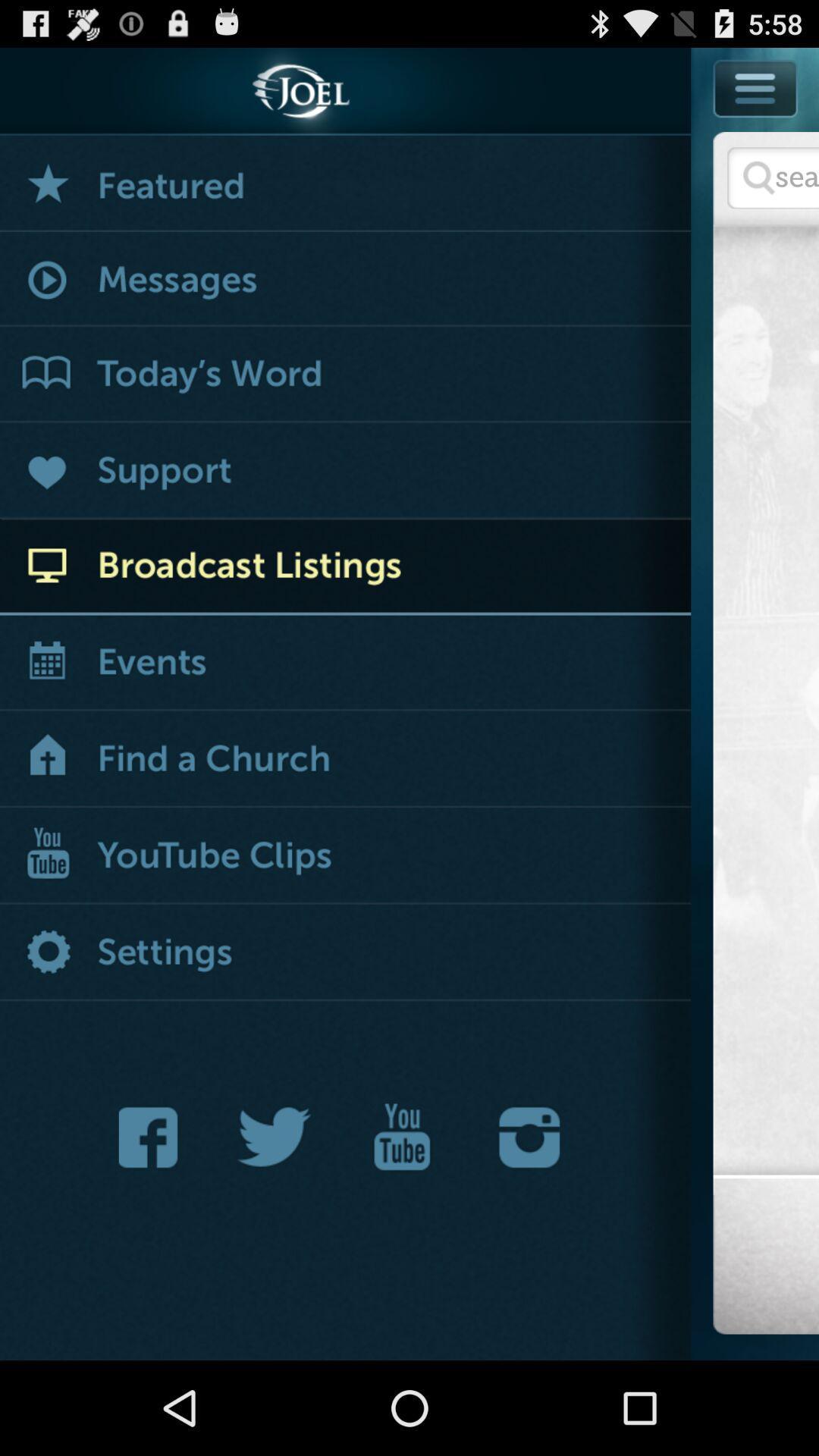  What do you see at coordinates (152, 1137) in the screenshot?
I see `item at the bottom left corner` at bounding box center [152, 1137].